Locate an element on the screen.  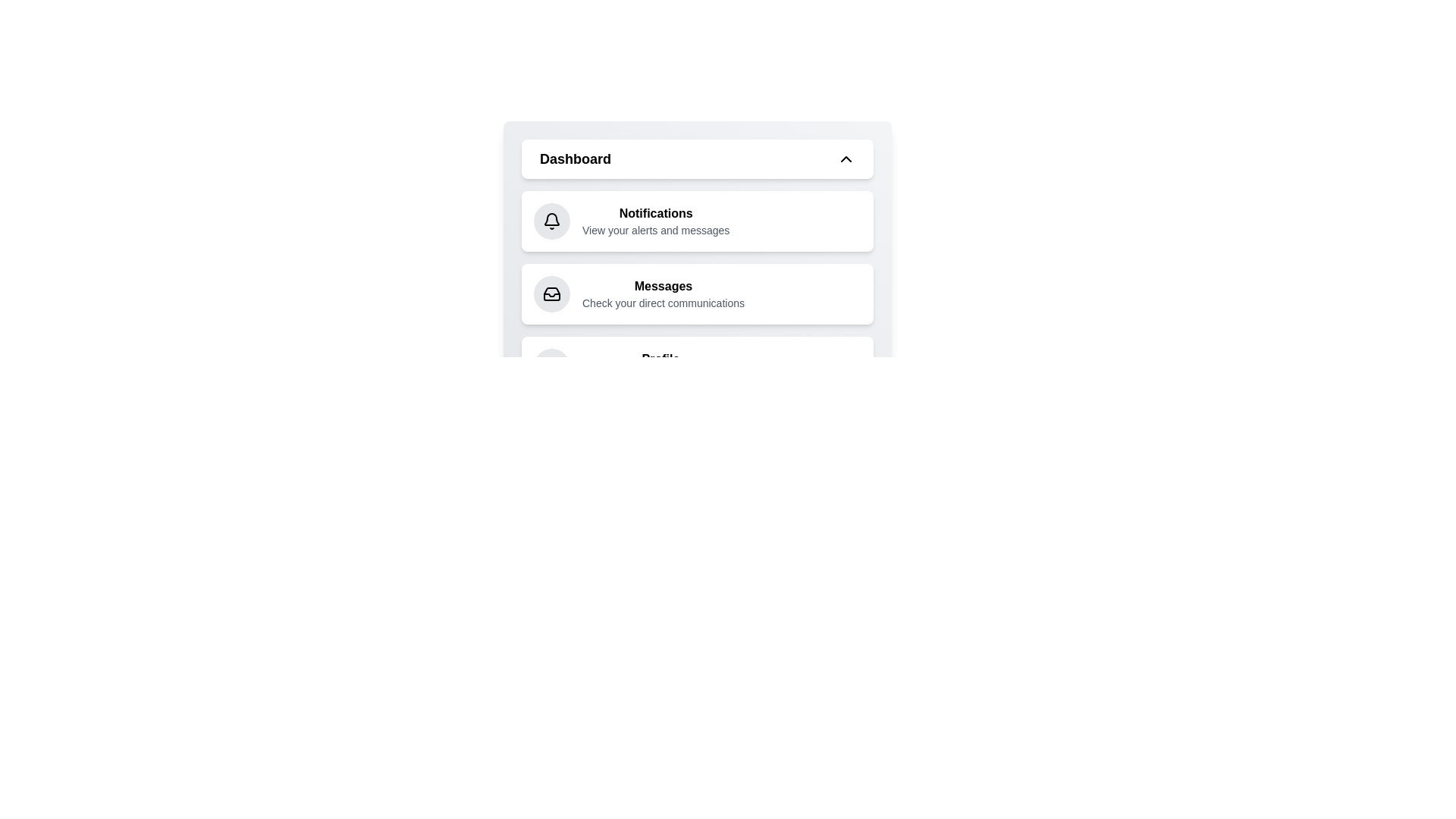
the icon associated with the menu item Profile is located at coordinates (551, 366).